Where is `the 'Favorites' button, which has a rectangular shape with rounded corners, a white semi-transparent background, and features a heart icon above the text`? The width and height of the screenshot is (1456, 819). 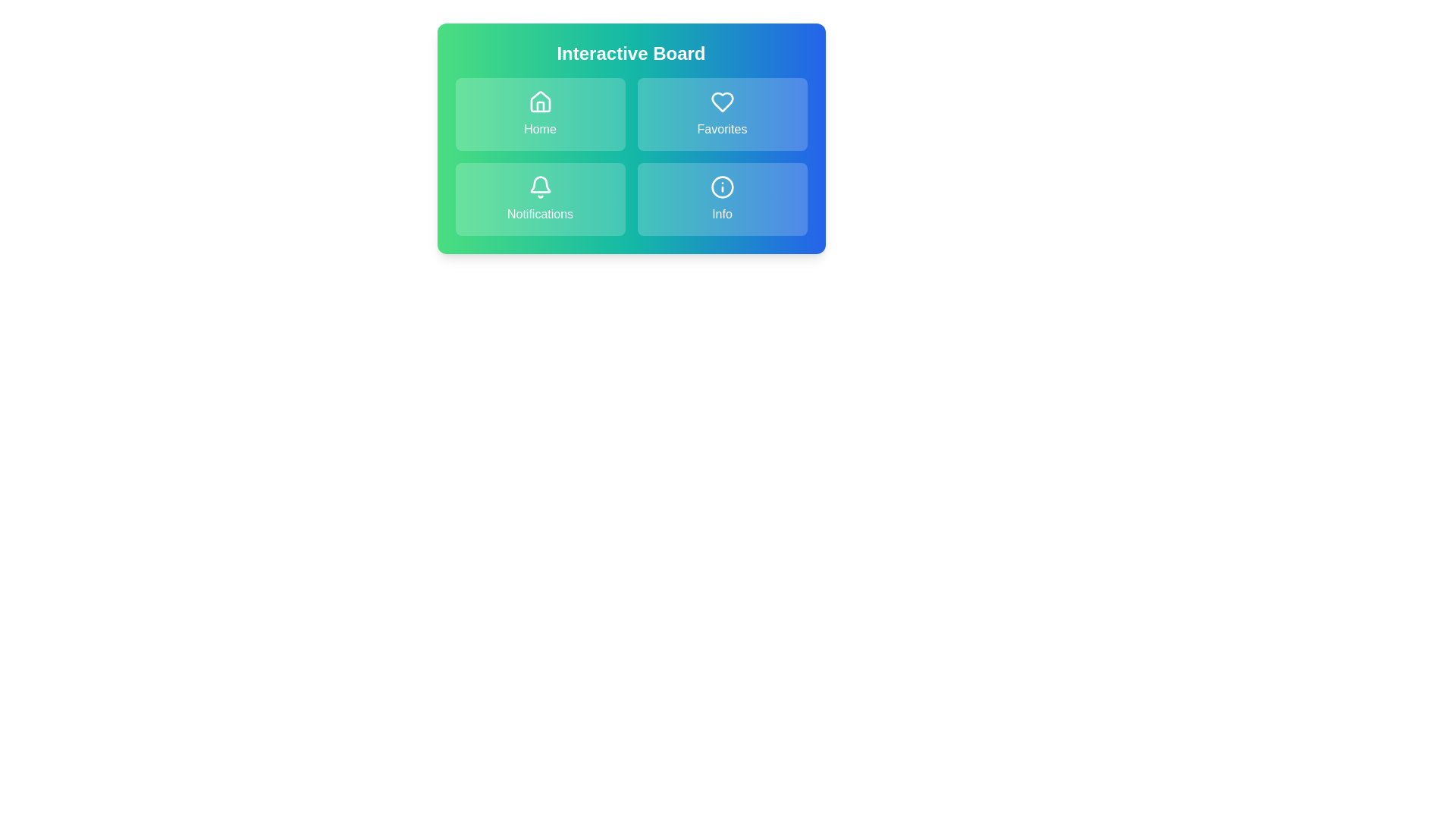 the 'Favorites' button, which has a rectangular shape with rounded corners, a white semi-transparent background, and features a heart icon above the text is located at coordinates (721, 113).